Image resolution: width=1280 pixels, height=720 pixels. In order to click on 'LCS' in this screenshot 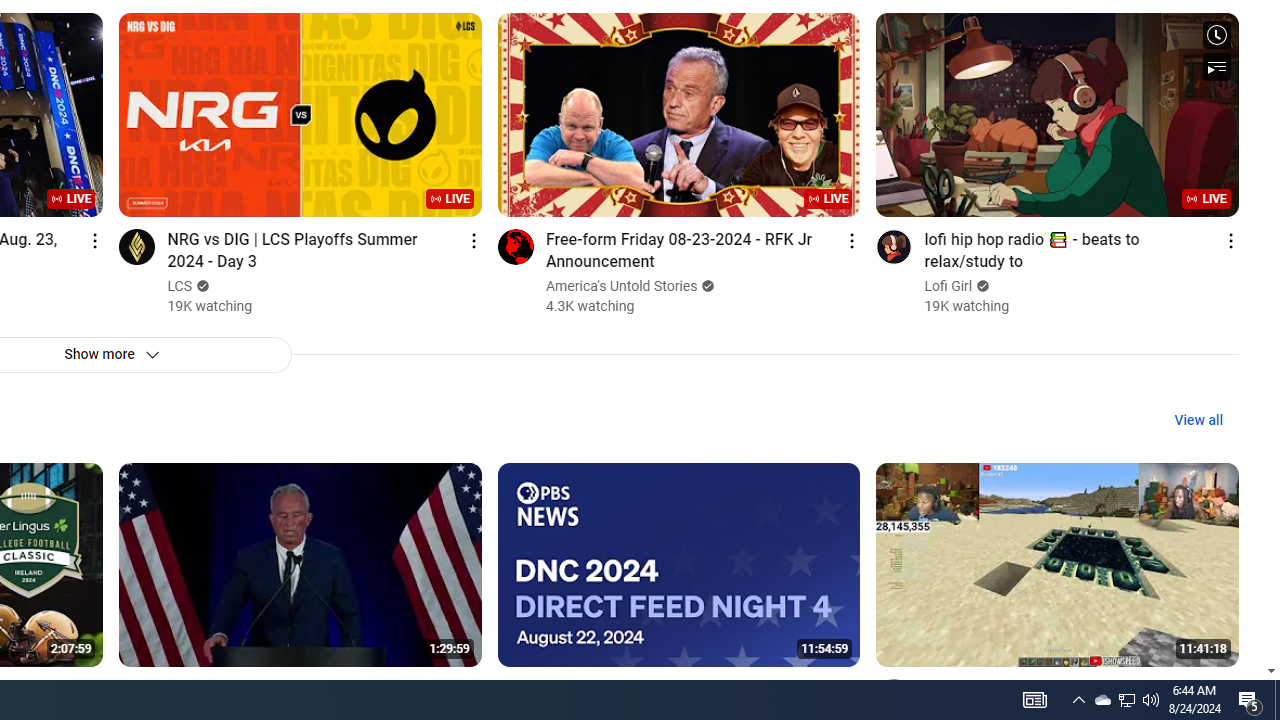, I will do `click(180, 286)`.